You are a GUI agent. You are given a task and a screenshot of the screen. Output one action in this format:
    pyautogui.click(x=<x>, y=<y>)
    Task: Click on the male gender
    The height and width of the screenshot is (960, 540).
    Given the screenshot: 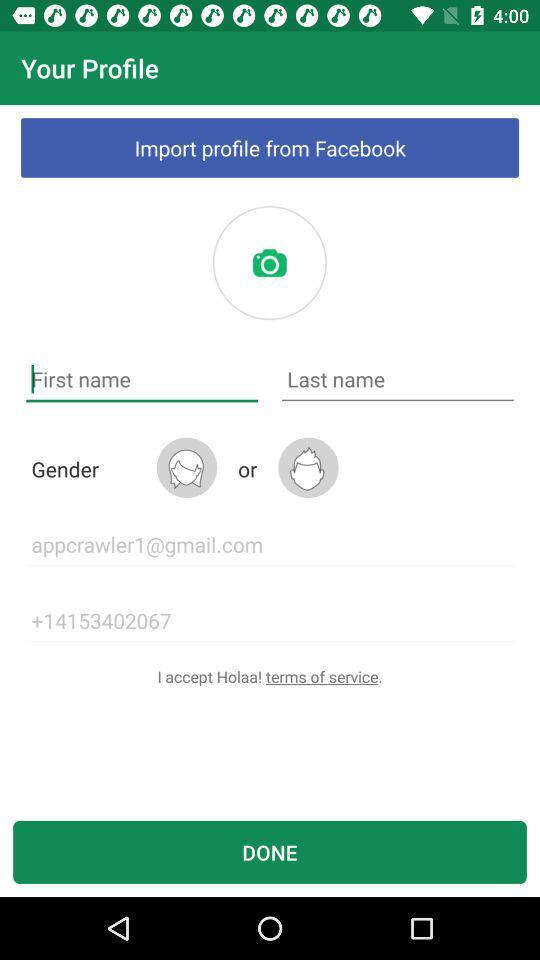 What is the action you would take?
    pyautogui.click(x=308, y=467)
    